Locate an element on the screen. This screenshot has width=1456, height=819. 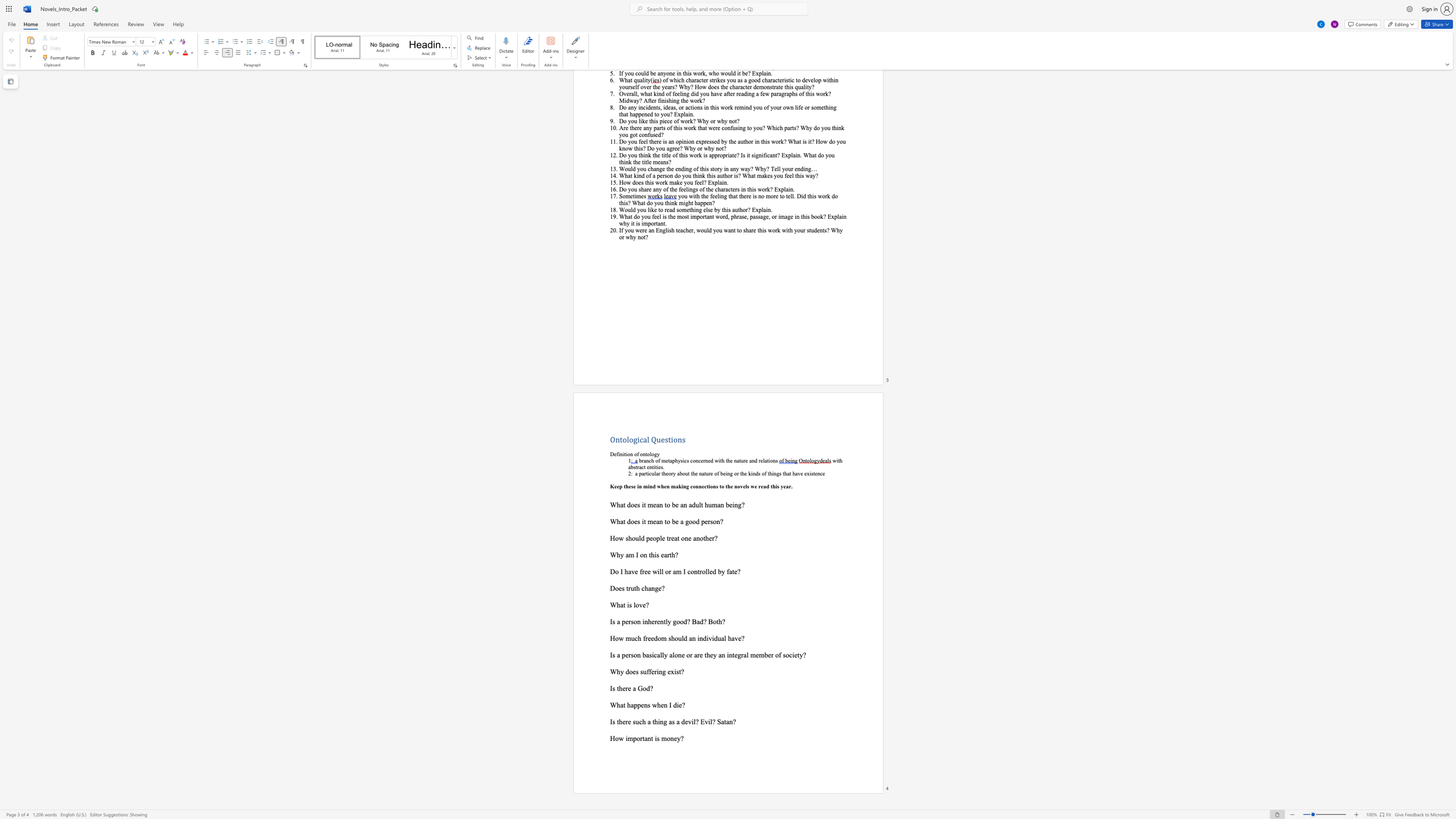
the subset text "love?" within the text "What is love?" is located at coordinates (633, 604).